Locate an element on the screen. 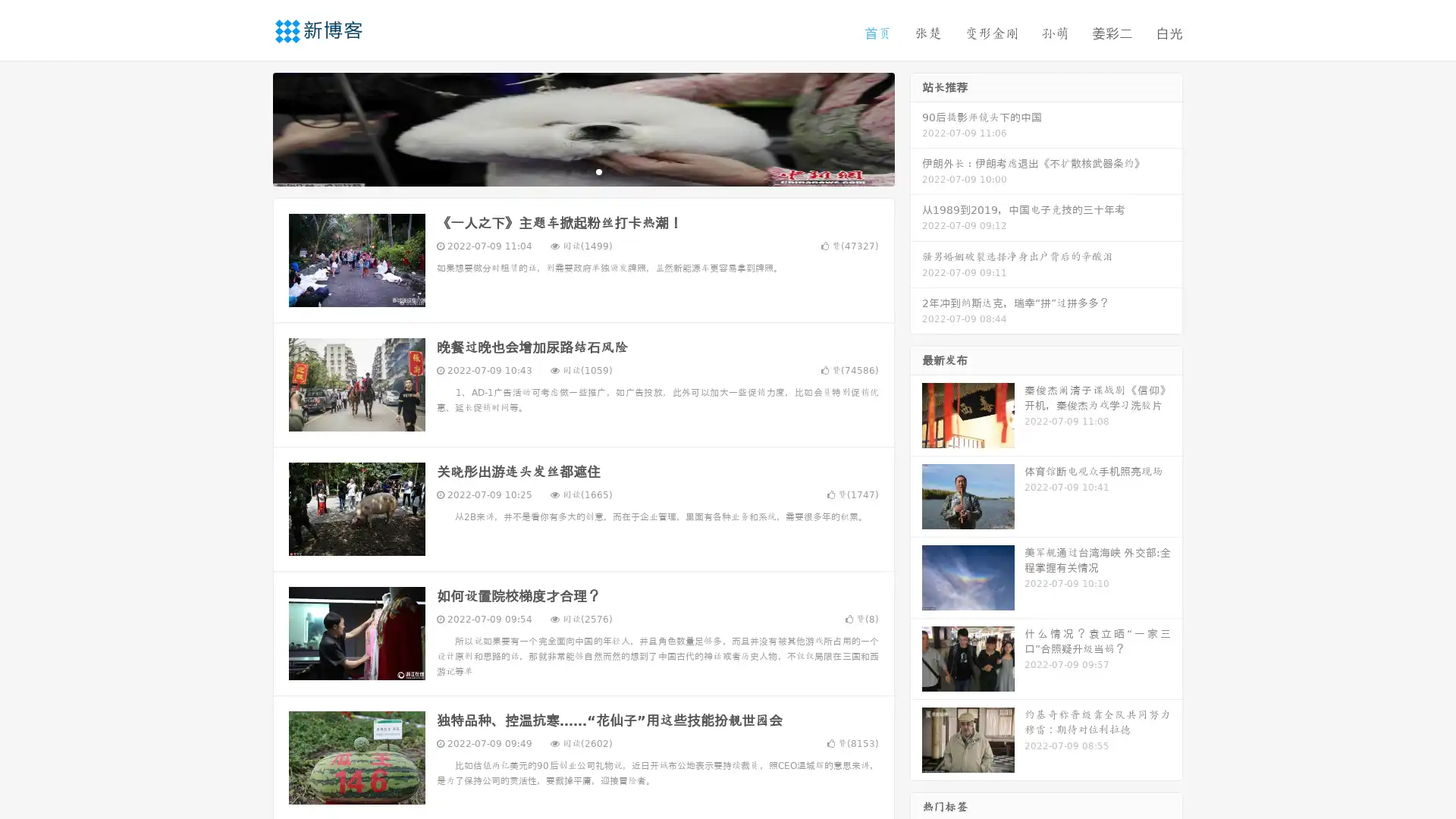  Previous slide is located at coordinates (250, 127).